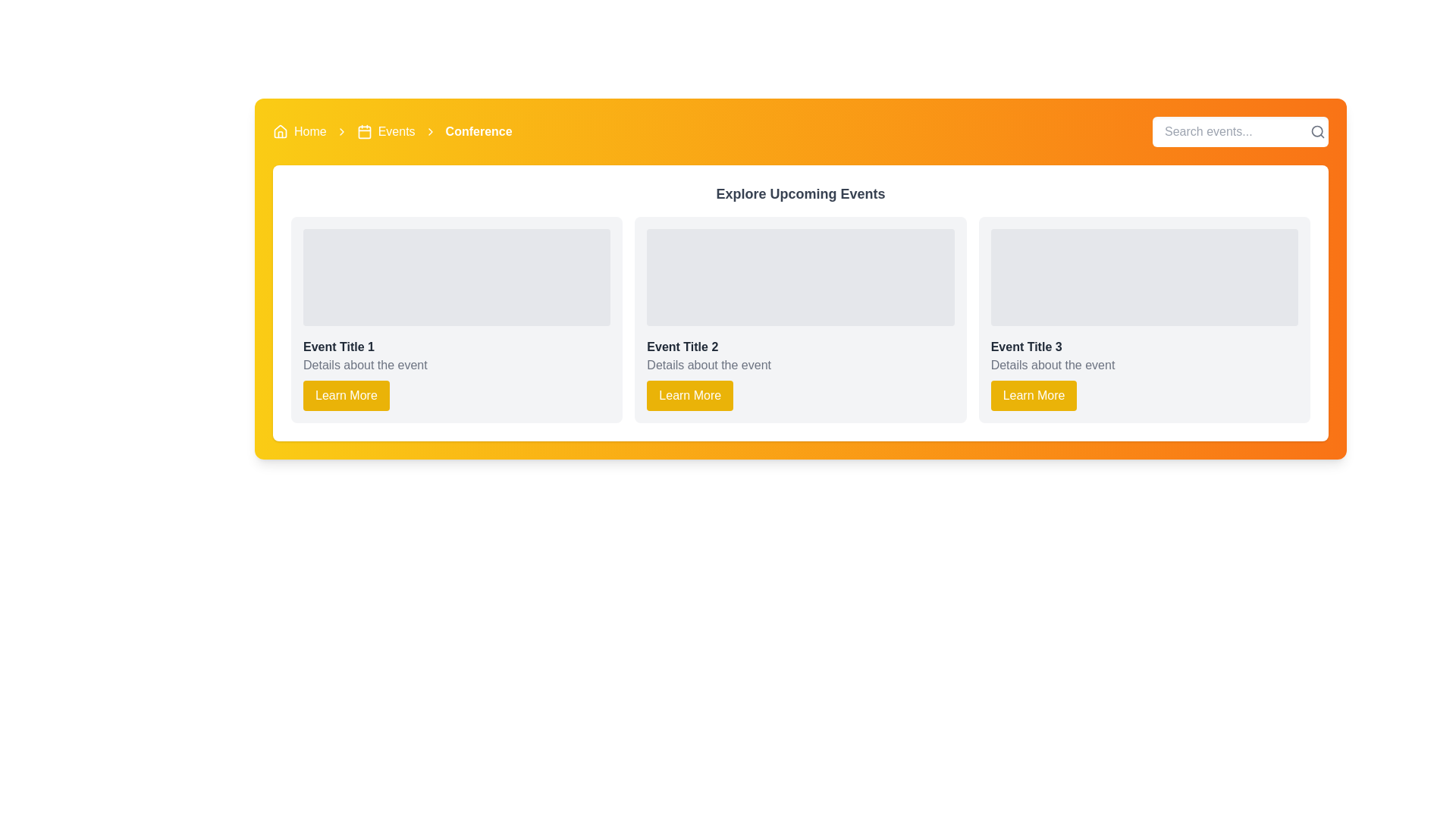 The width and height of the screenshot is (1456, 819). Describe the element at coordinates (682, 347) in the screenshot. I see `text from the bold, dark gray label that says 'Event Title 2', which is positioned as the top text of the second card in a row of three cards` at that location.